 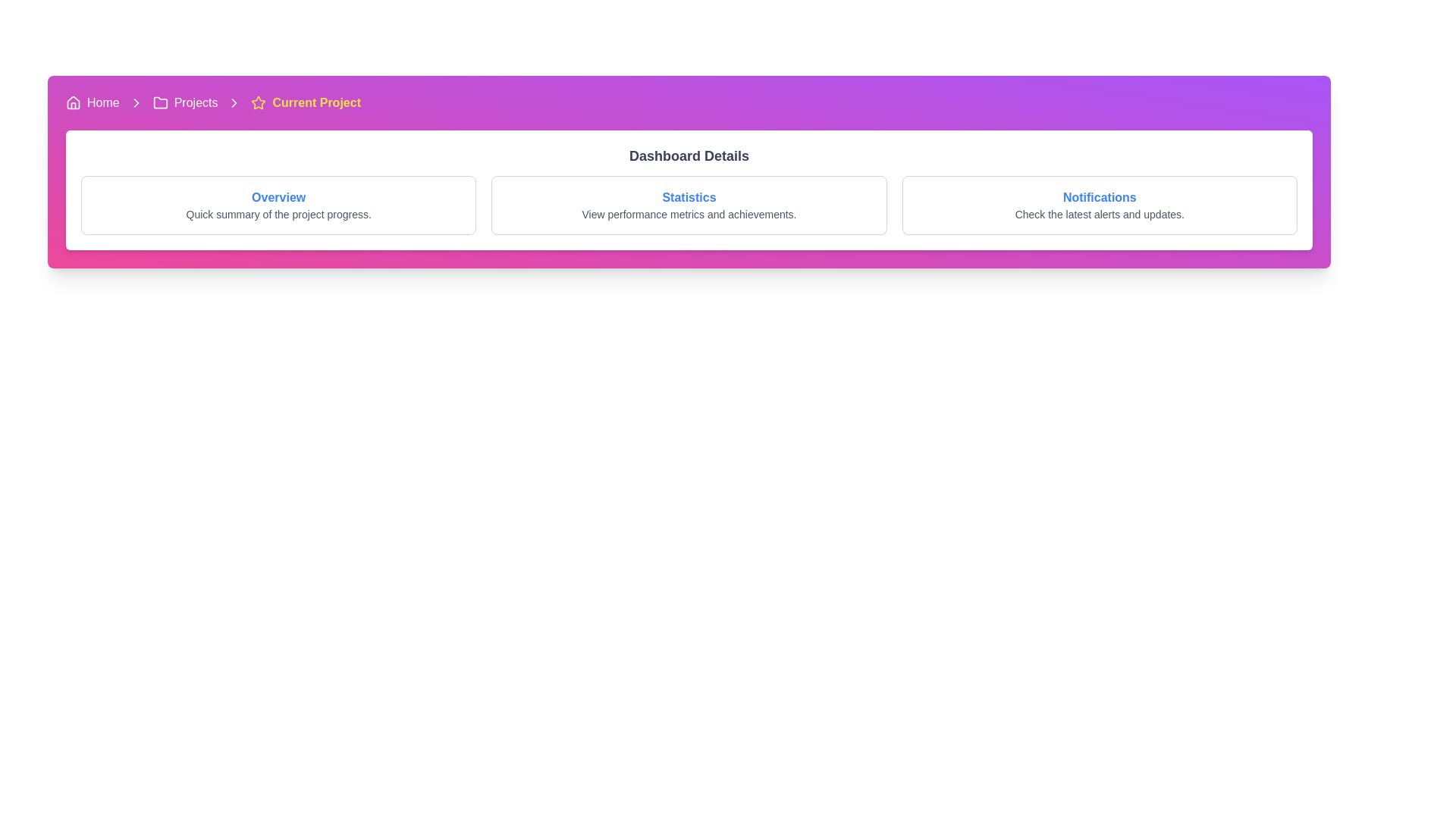 What do you see at coordinates (184, 102) in the screenshot?
I see `the breadcrumb navigation item for 'Projects', which consists of a folder icon and the text 'Projects'` at bounding box center [184, 102].